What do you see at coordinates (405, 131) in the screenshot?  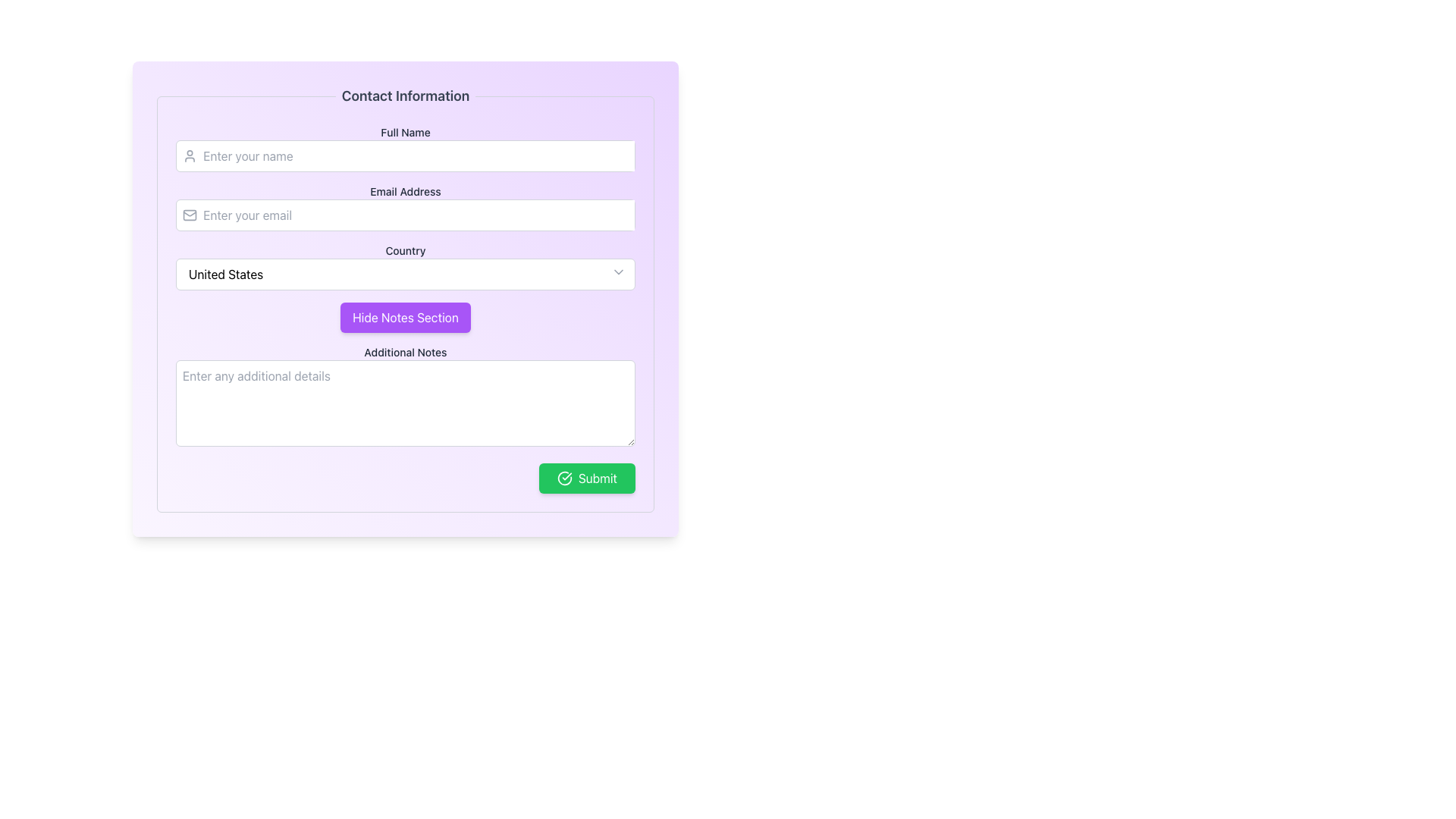 I see `the 'Full Name' text label, which is a bold gray label positioned above the name input field` at bounding box center [405, 131].